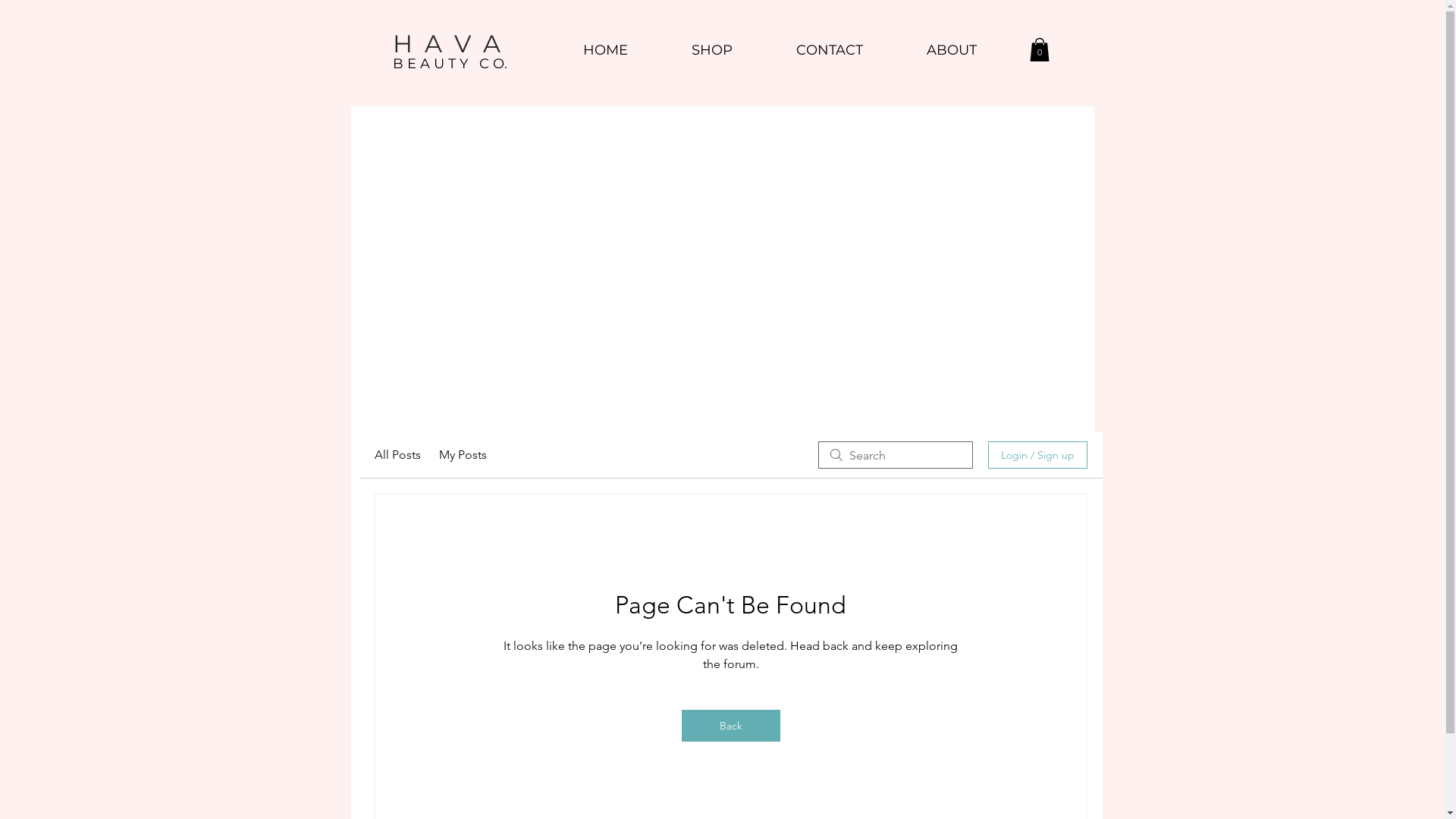 The height and width of the screenshot is (819, 1456). I want to click on 'ABOUT', so click(950, 49).